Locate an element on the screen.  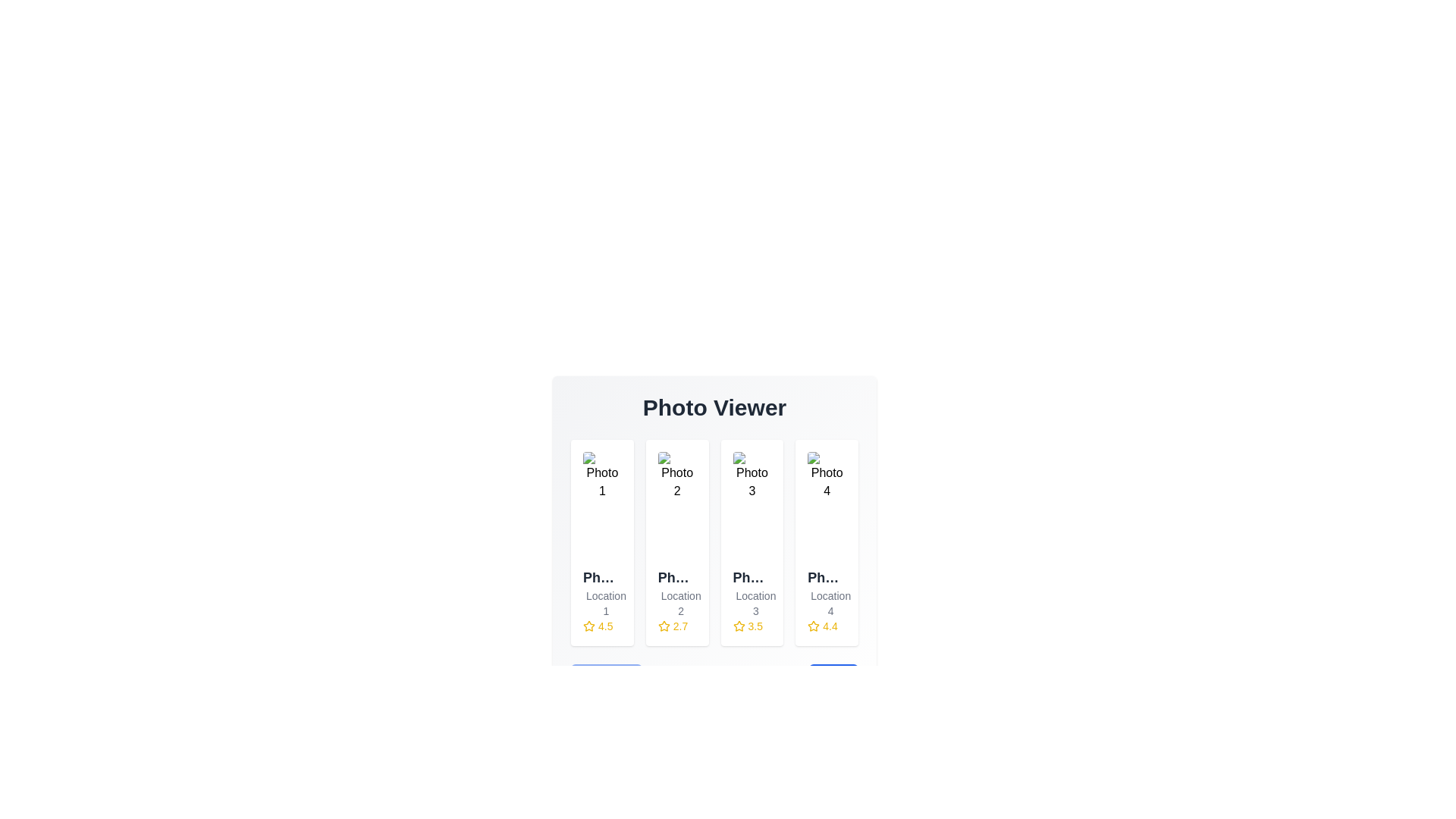
the rating star icon located at the bottom section of the fourth card in the horizontal list of cards within the 'Photo Viewer' interface, which displays the average rating for 'Photo 4.' is located at coordinates (813, 626).